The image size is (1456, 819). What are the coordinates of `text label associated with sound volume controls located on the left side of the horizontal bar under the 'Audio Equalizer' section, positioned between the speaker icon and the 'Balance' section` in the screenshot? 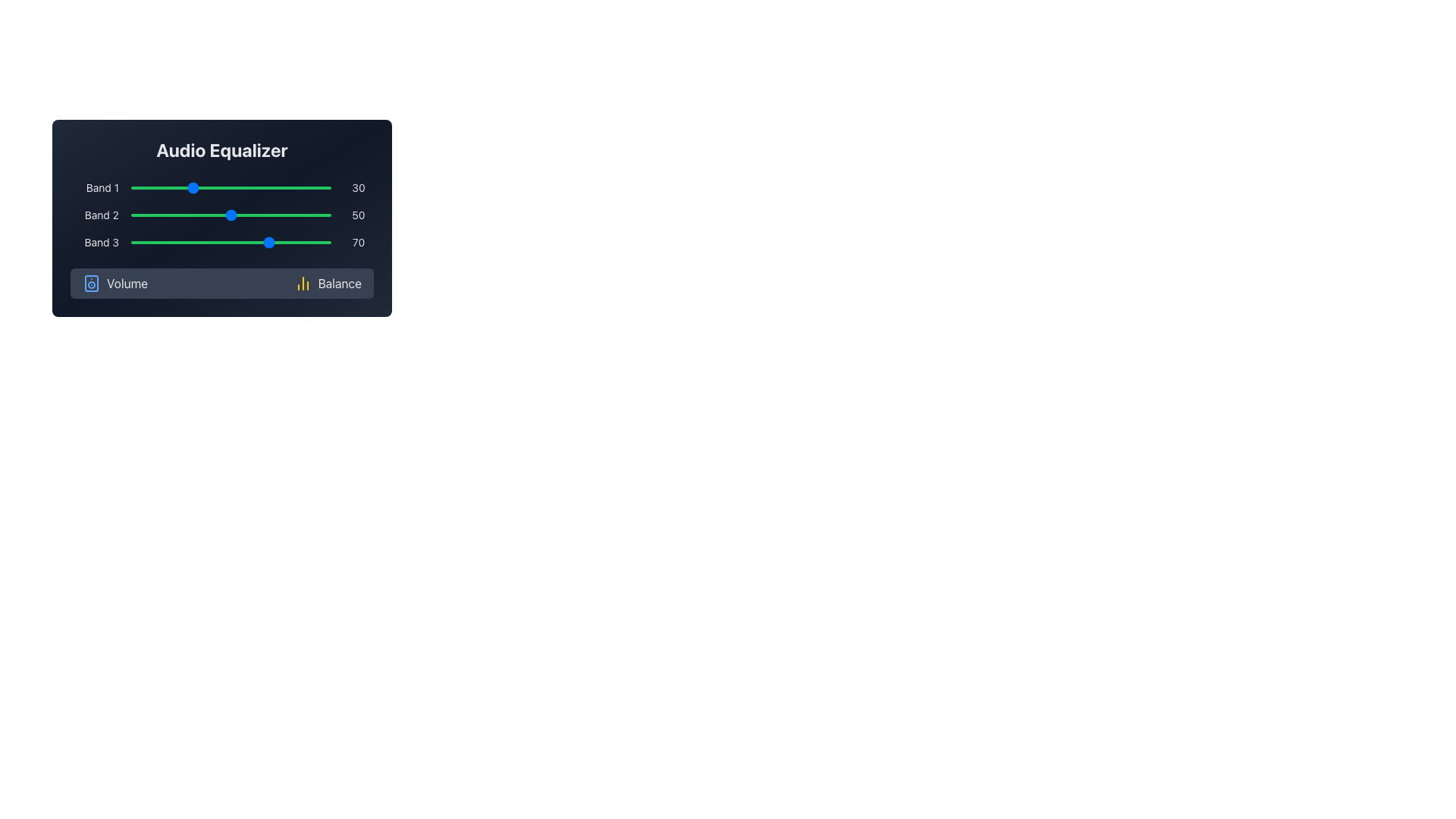 It's located at (127, 284).